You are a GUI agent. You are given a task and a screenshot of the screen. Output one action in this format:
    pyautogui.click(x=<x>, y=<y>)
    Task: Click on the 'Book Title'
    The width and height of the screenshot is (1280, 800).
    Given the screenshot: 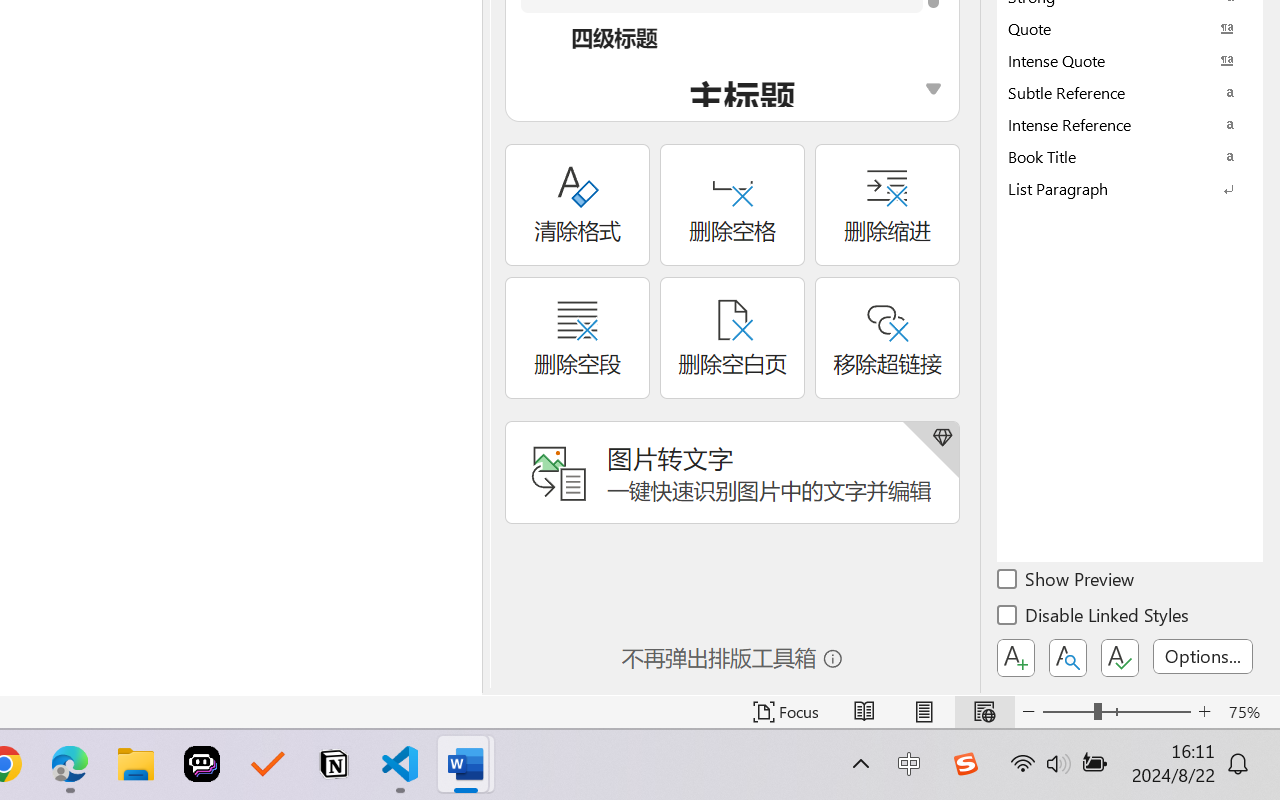 What is the action you would take?
    pyautogui.click(x=1130, y=156)
    